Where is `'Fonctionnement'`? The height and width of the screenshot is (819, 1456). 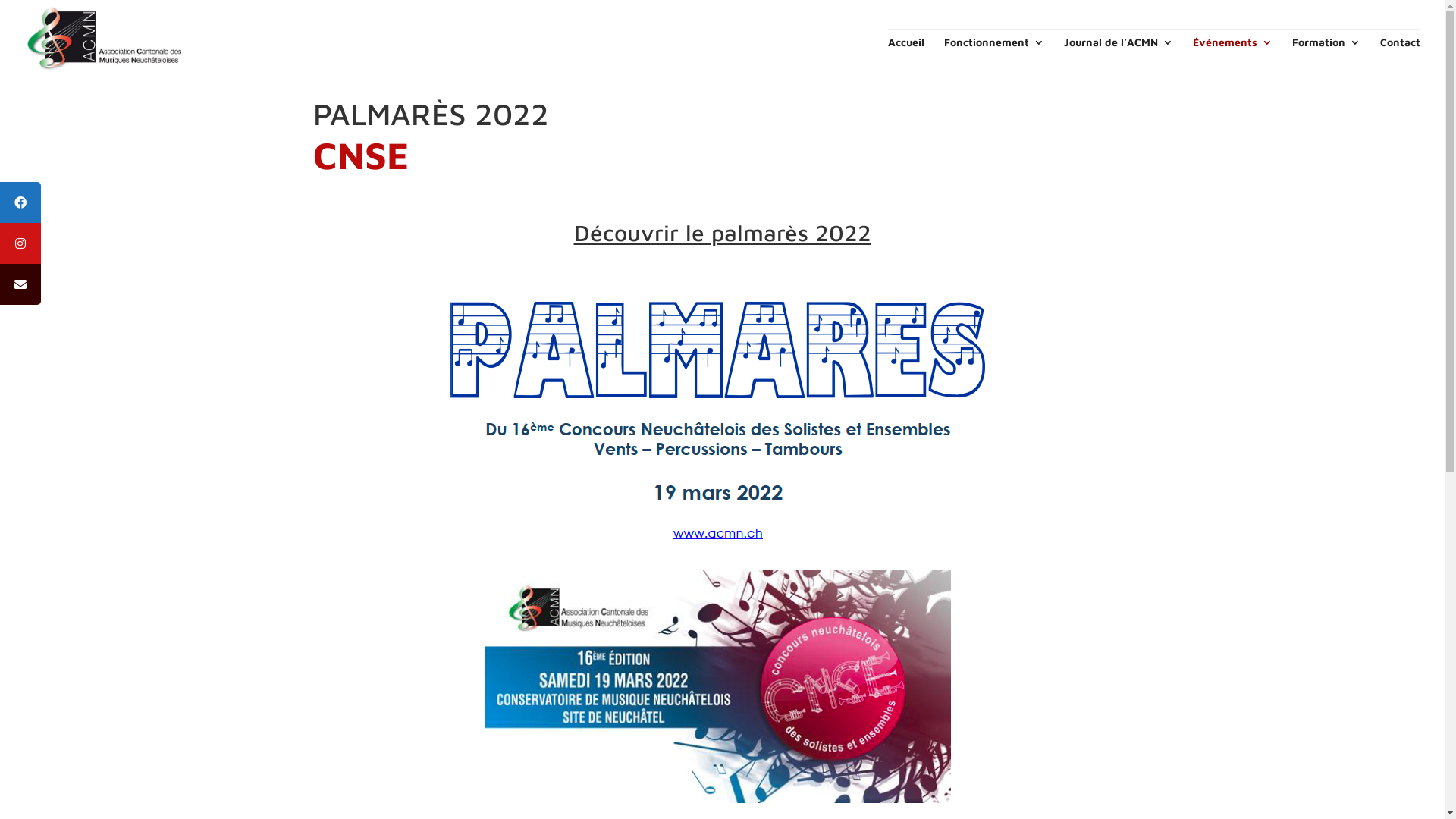
'Fonctionnement' is located at coordinates (993, 55).